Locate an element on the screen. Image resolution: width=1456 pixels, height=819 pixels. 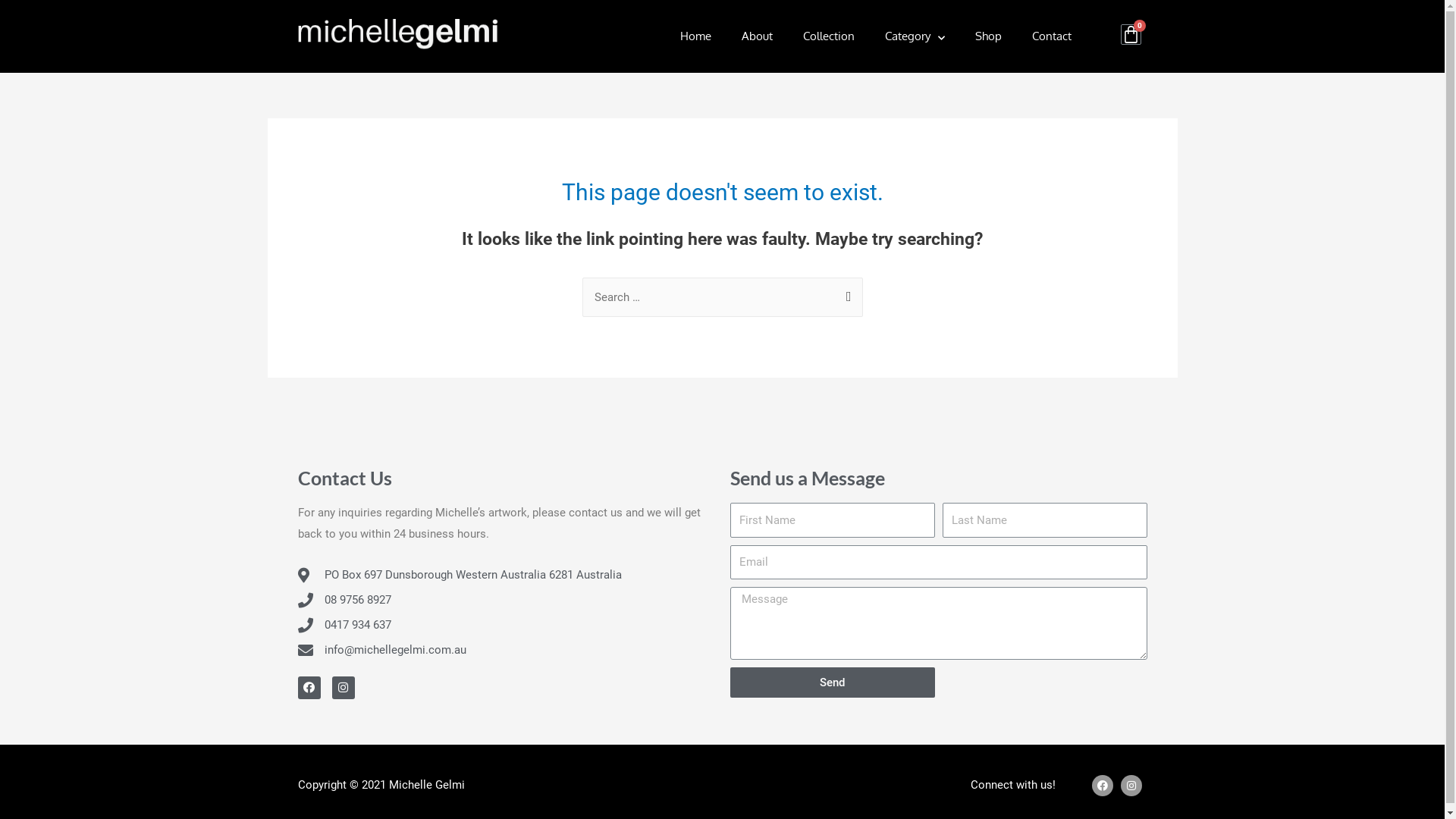
'Collection' is located at coordinates (787, 35).